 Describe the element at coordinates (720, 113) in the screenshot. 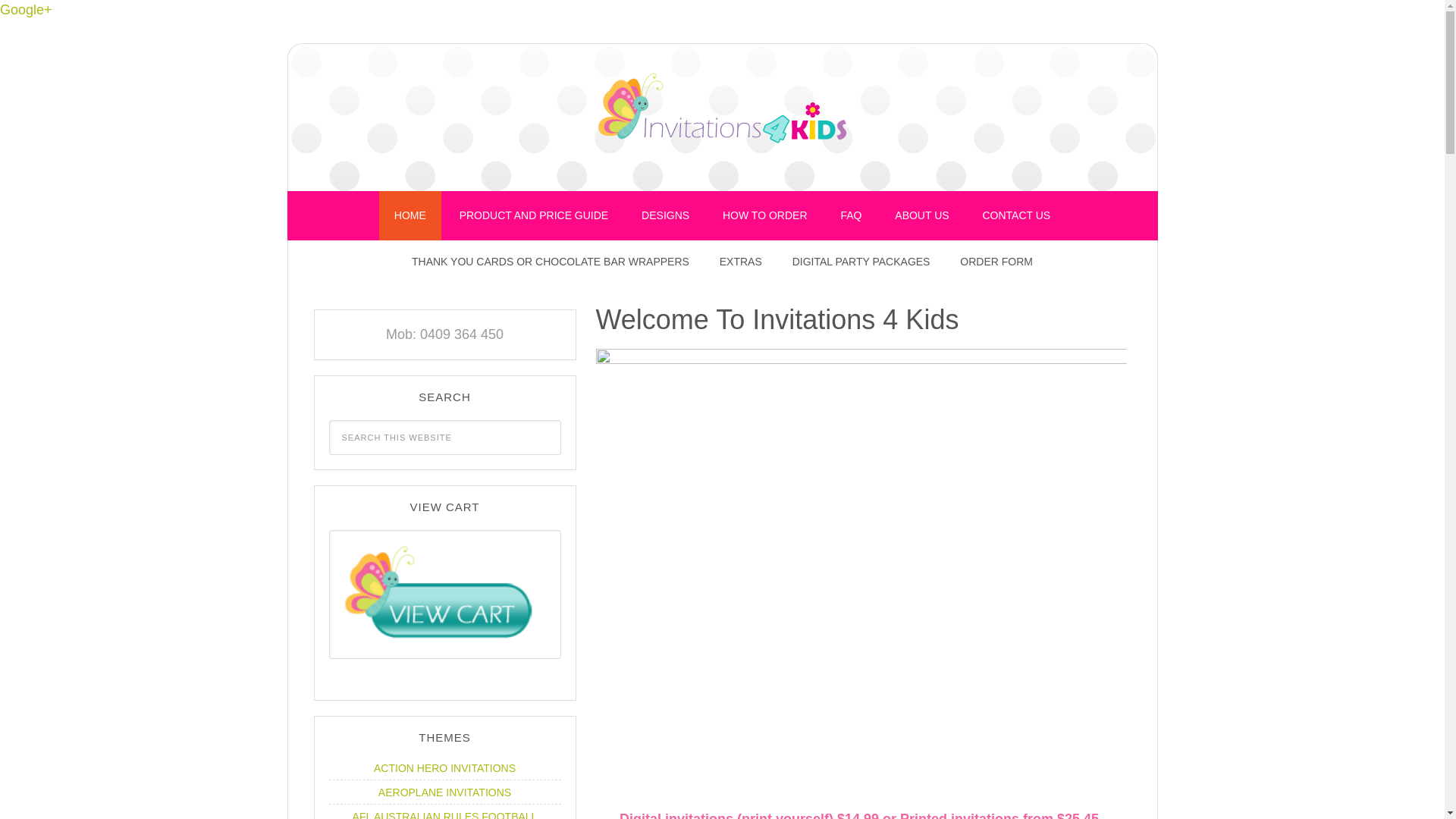

I see `'Invitations 4 Kids'` at that location.